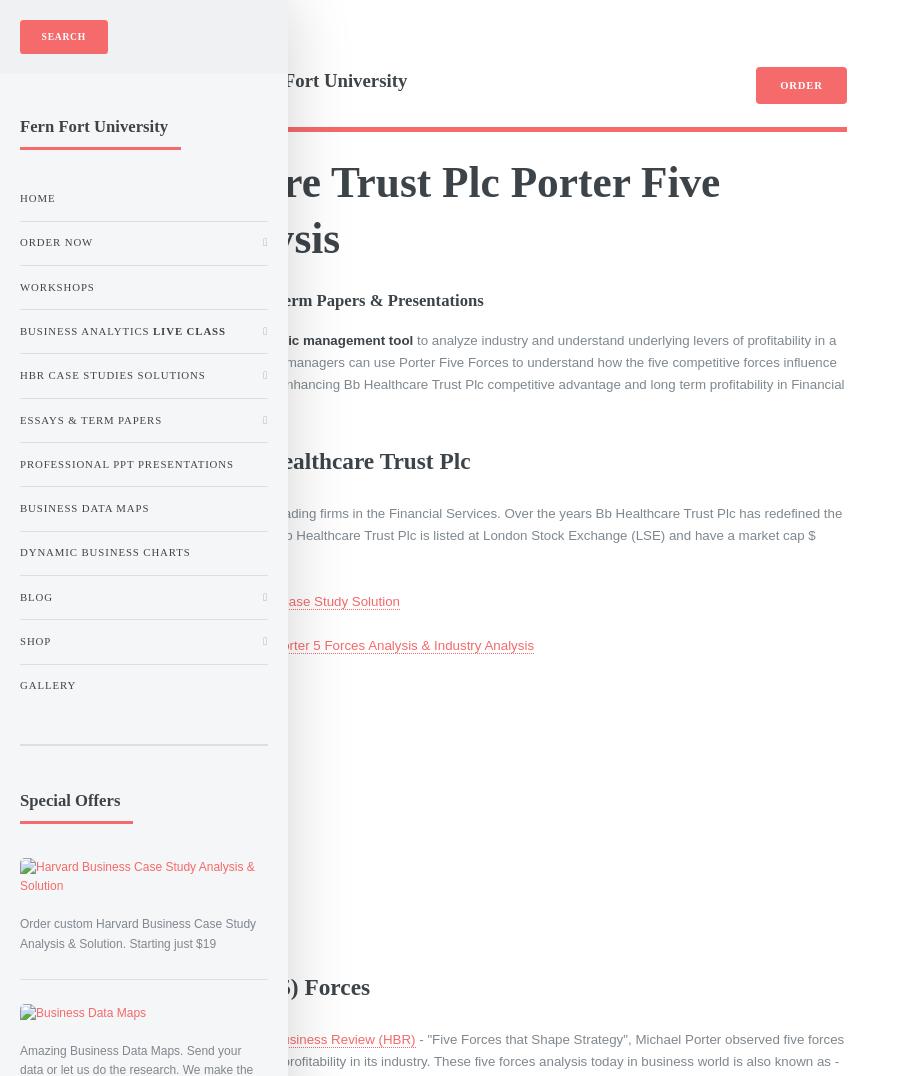 The width and height of the screenshot is (900, 1076). I want to click on 'Order Now - Bb Healthcare Trust Plc Porter 5 Forces Analysis & Industry Analysis', so click(292, 643).